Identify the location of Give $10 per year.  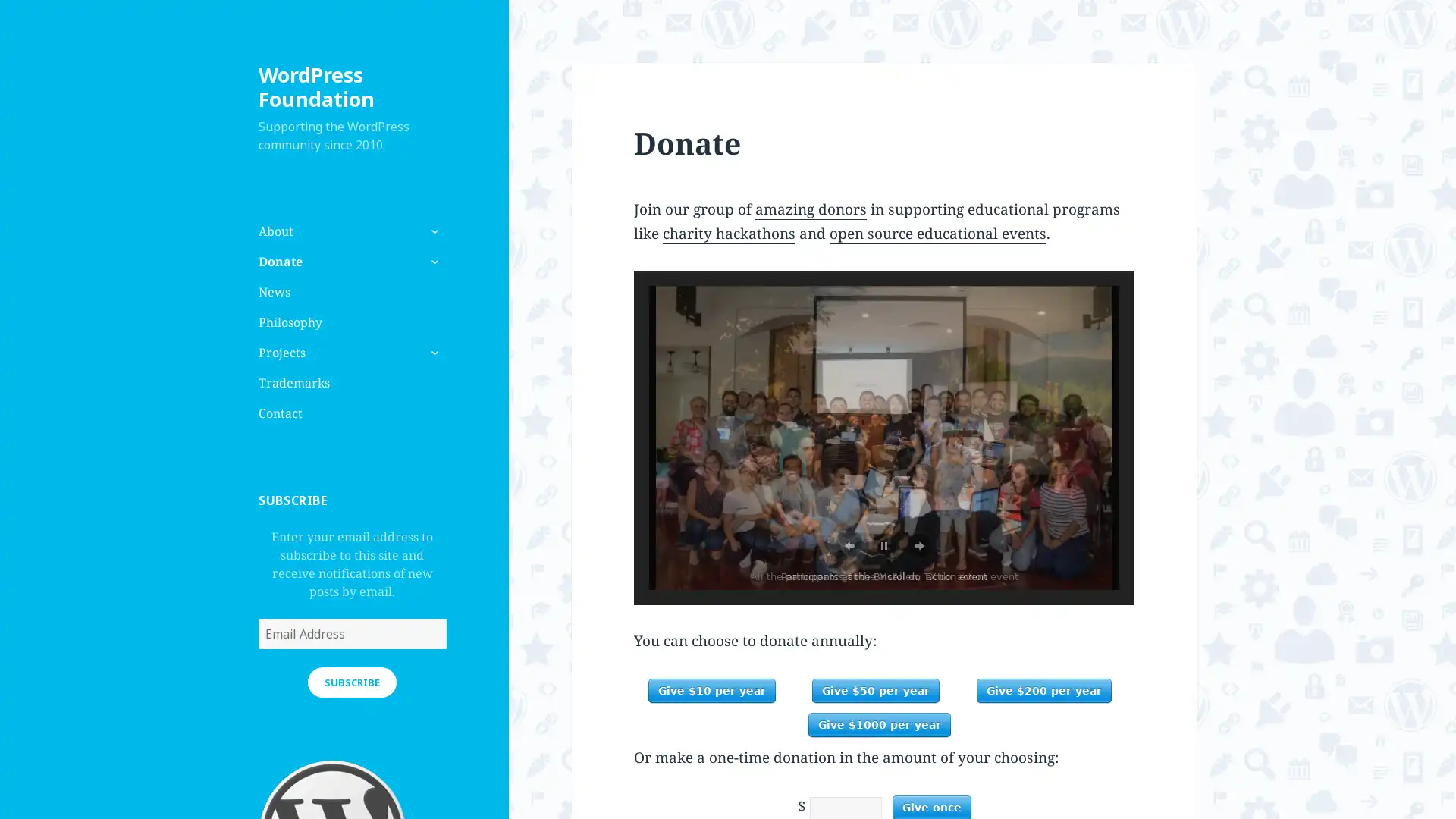
(710, 690).